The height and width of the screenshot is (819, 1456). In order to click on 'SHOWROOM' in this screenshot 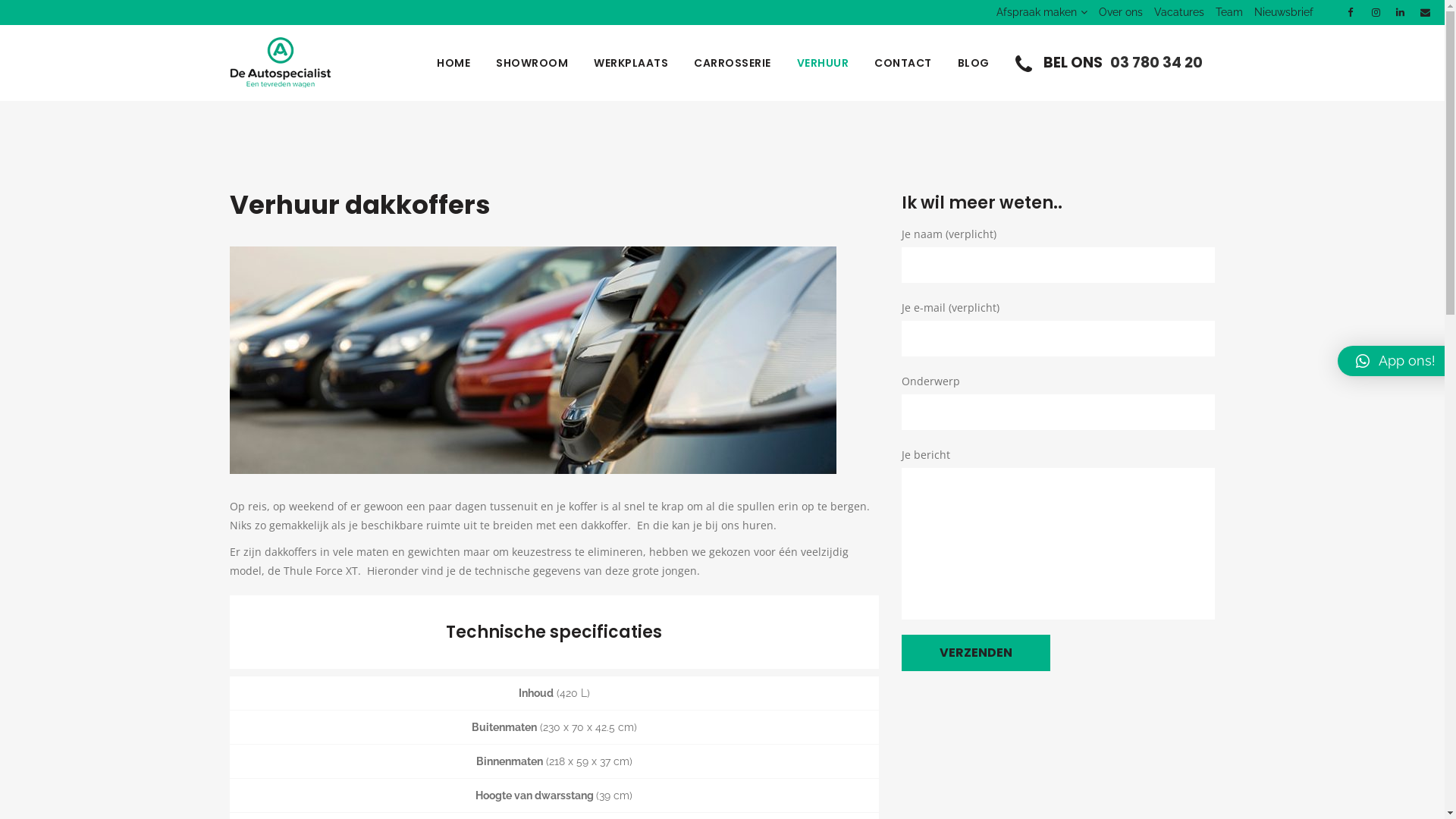, I will do `click(532, 62)`.